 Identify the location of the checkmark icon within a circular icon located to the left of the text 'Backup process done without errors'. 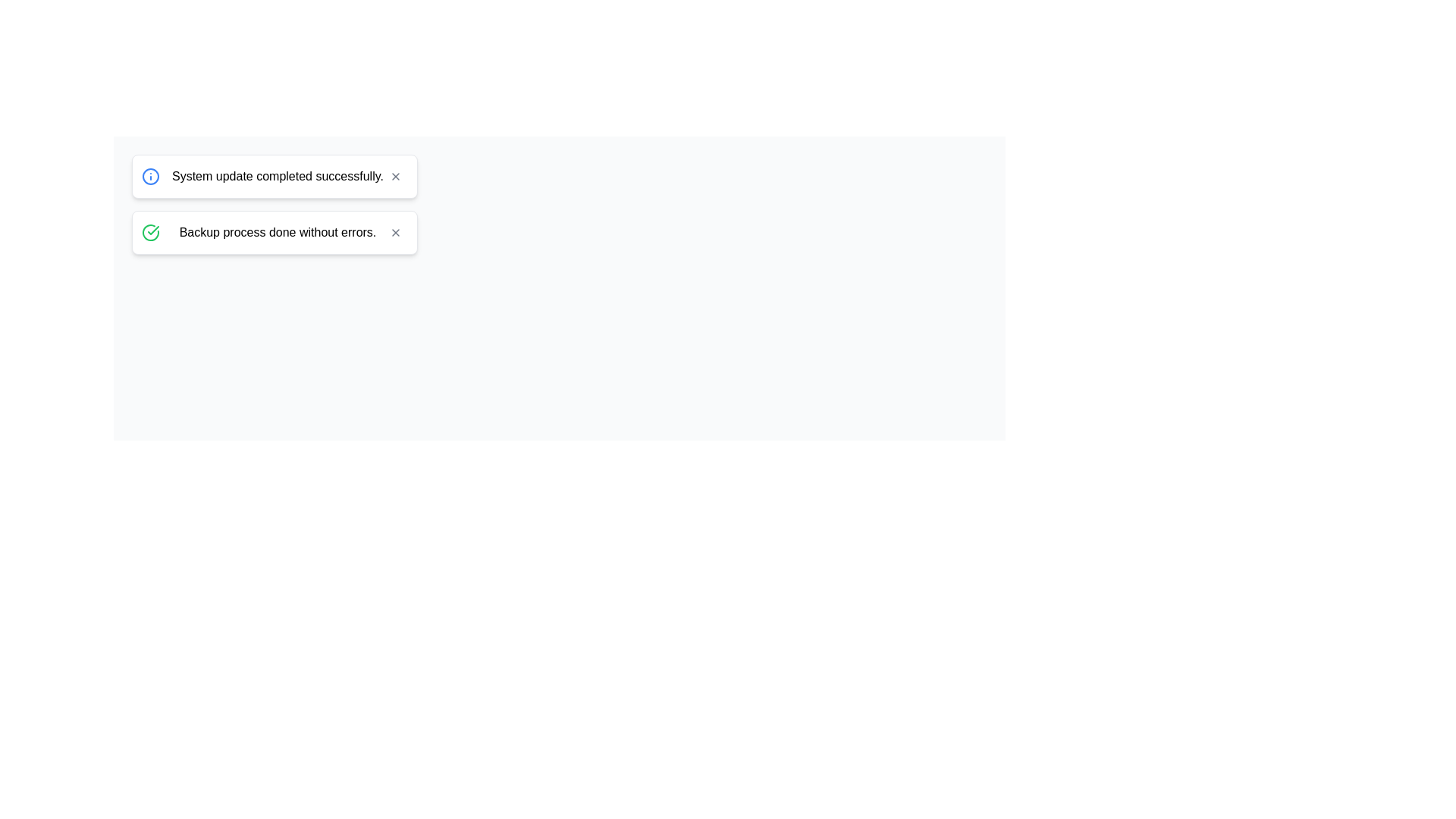
(153, 231).